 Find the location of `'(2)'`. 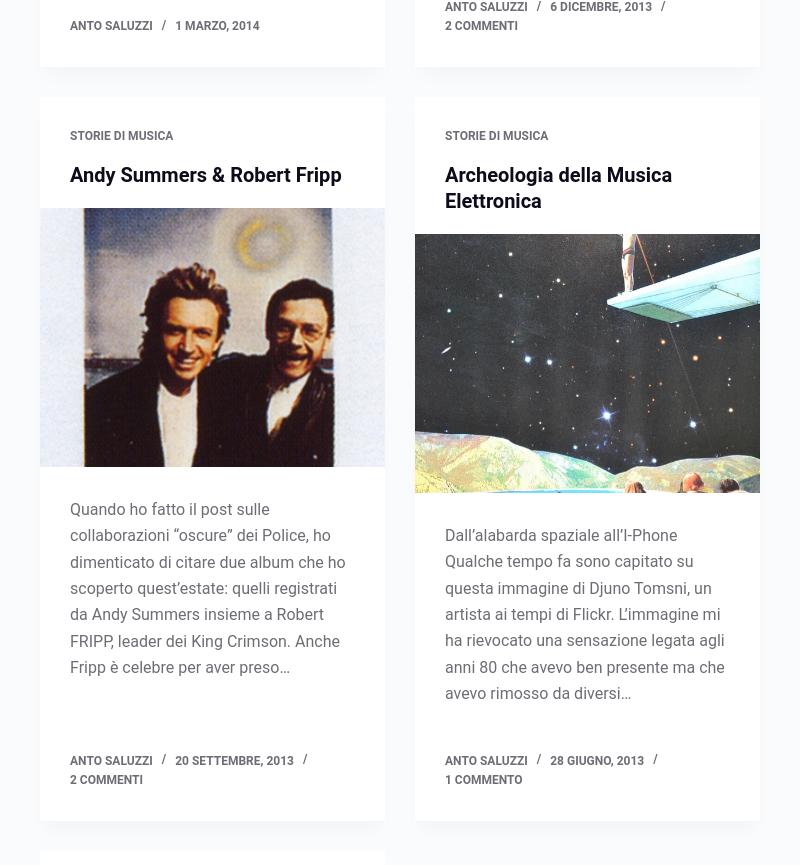

'(2)' is located at coordinates (139, 410).